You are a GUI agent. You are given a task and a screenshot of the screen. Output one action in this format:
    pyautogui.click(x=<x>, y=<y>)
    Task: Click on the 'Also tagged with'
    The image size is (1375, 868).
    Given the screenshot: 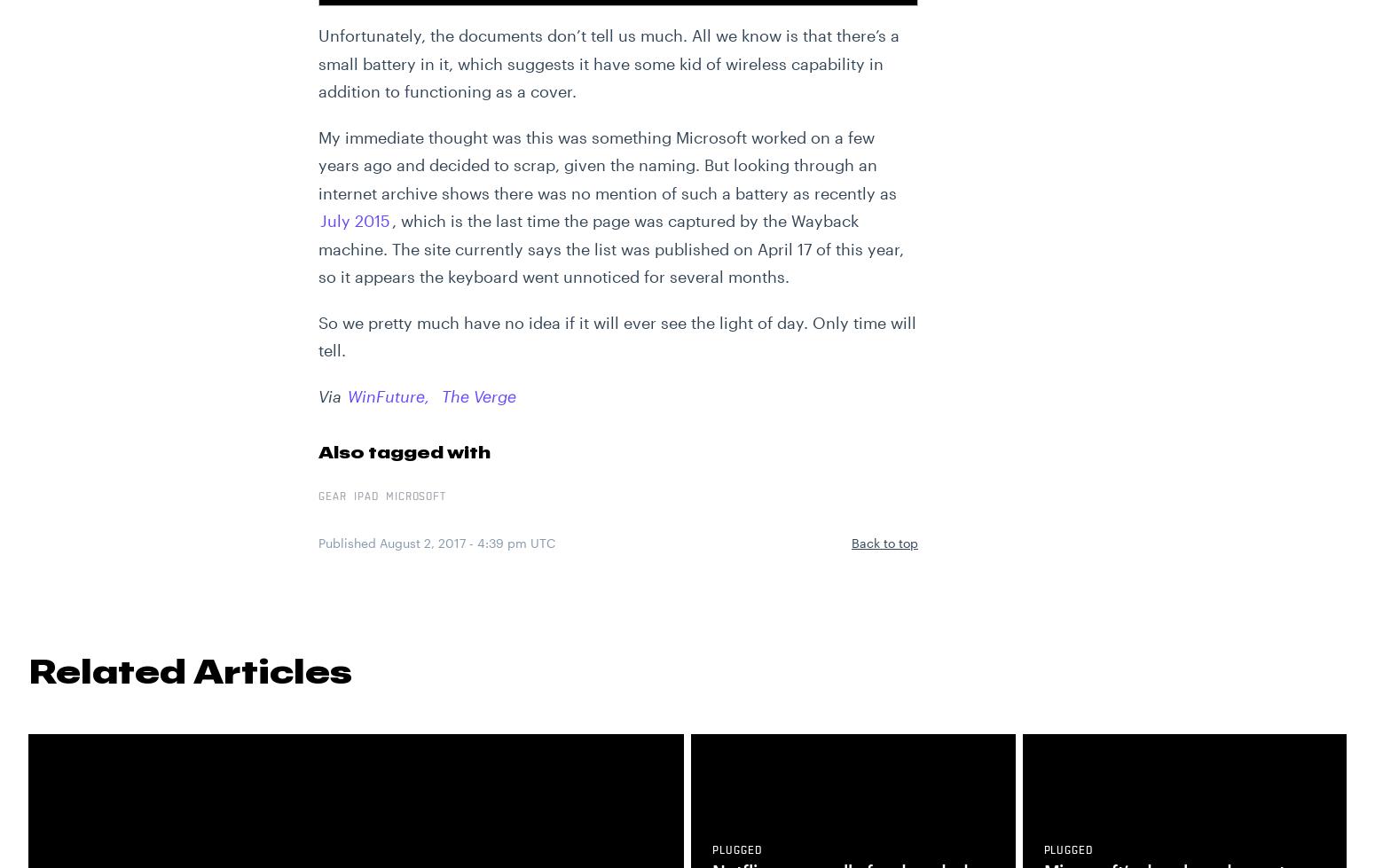 What is the action you would take?
    pyautogui.click(x=405, y=450)
    